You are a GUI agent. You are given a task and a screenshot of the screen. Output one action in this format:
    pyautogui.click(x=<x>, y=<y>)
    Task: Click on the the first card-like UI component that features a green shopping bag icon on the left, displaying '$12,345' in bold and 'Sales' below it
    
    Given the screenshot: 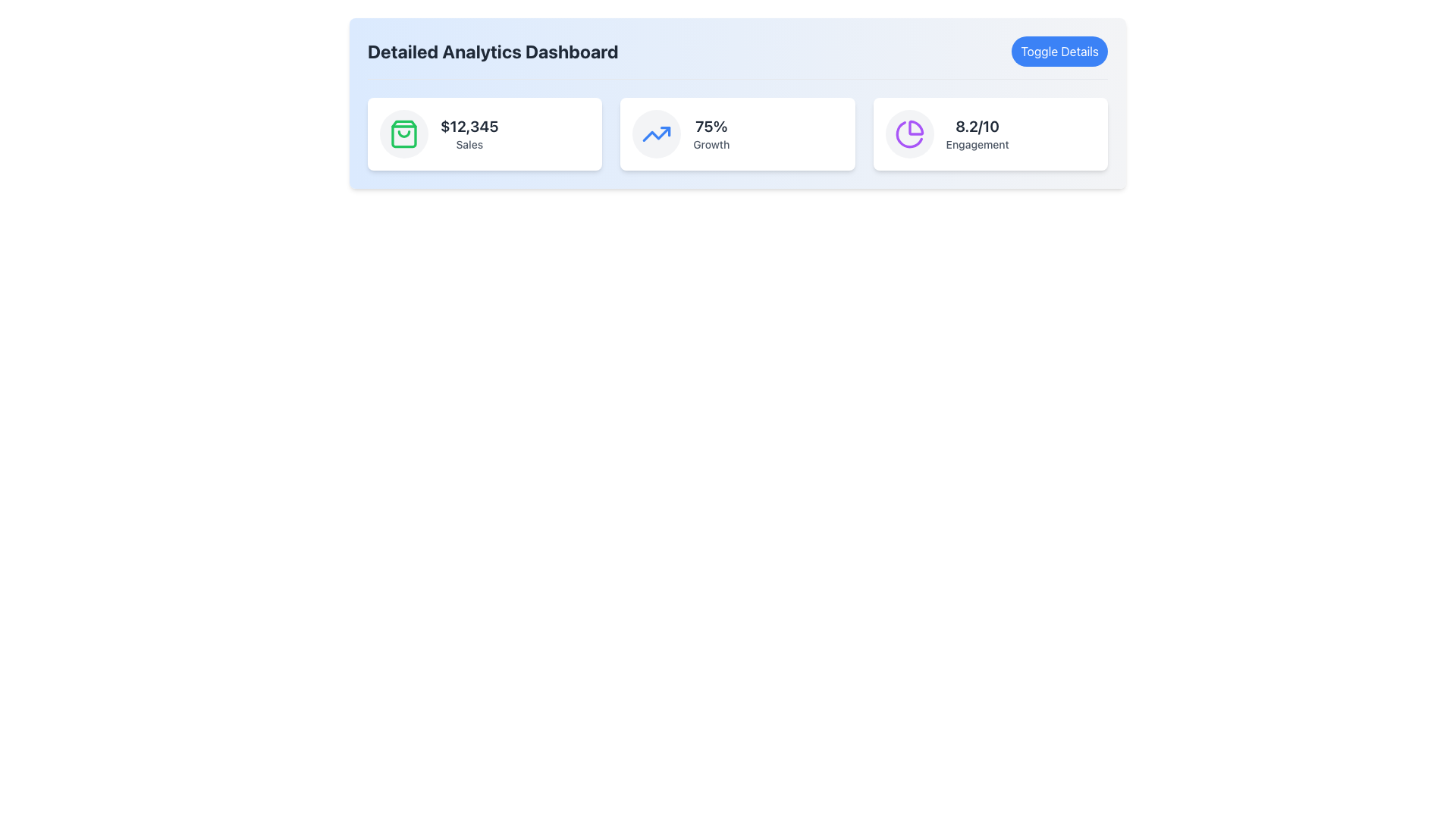 What is the action you would take?
    pyautogui.click(x=484, y=133)
    